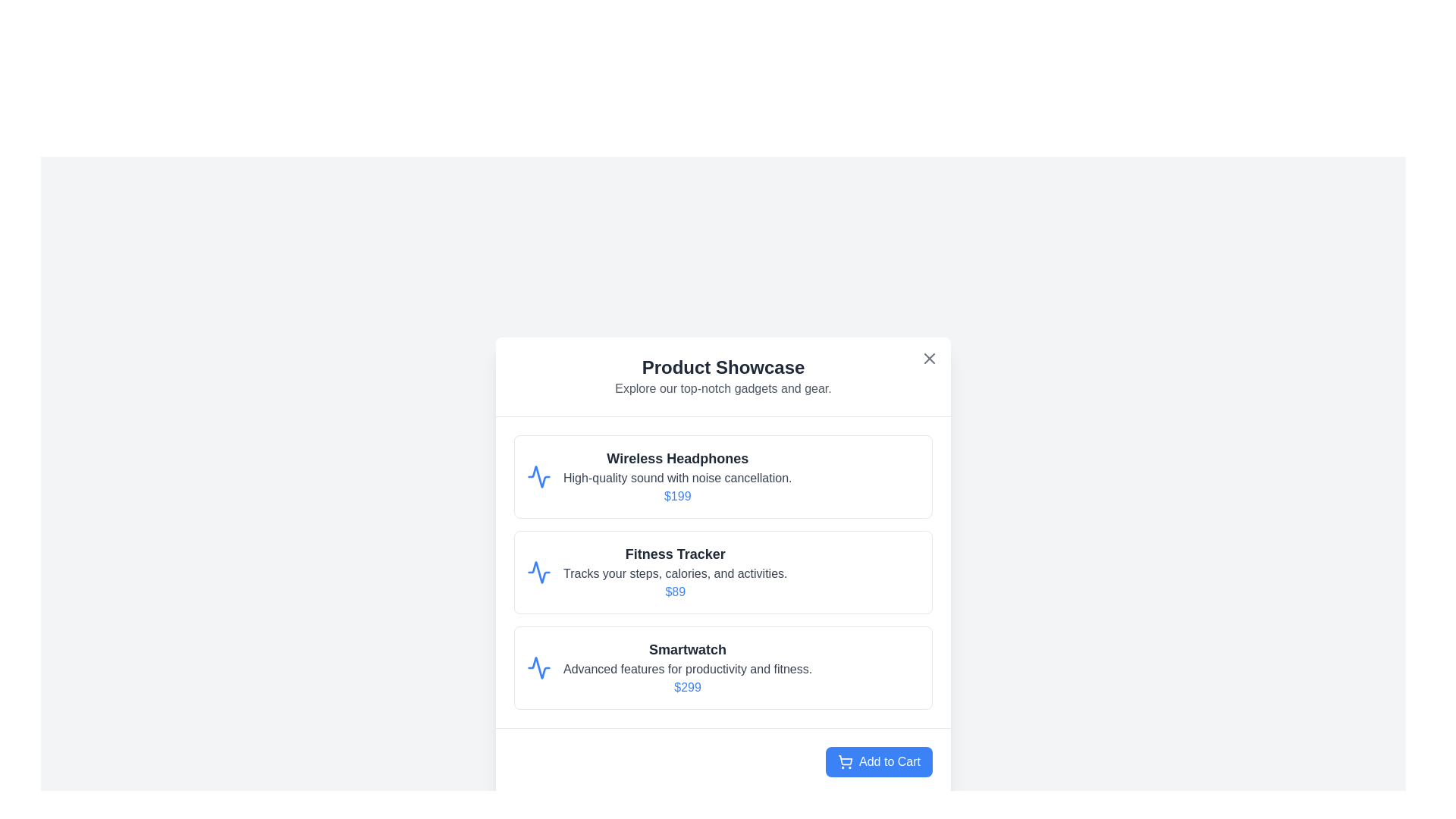  What do you see at coordinates (723, 573) in the screenshot?
I see `the product card for the fitness tracker, which is the second card in the list of product cards within the modal dialog` at bounding box center [723, 573].